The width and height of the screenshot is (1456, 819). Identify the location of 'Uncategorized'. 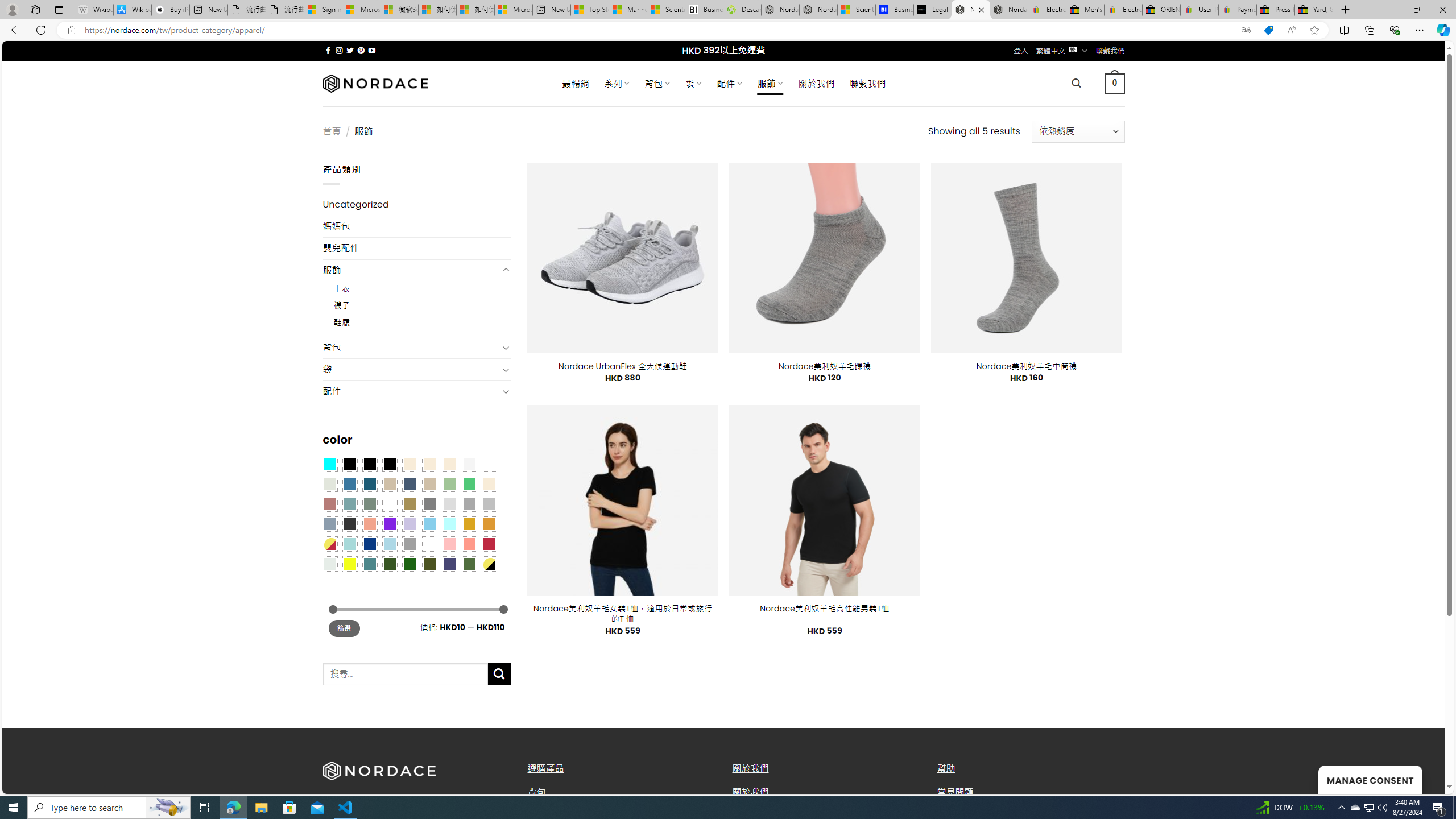
(416, 205).